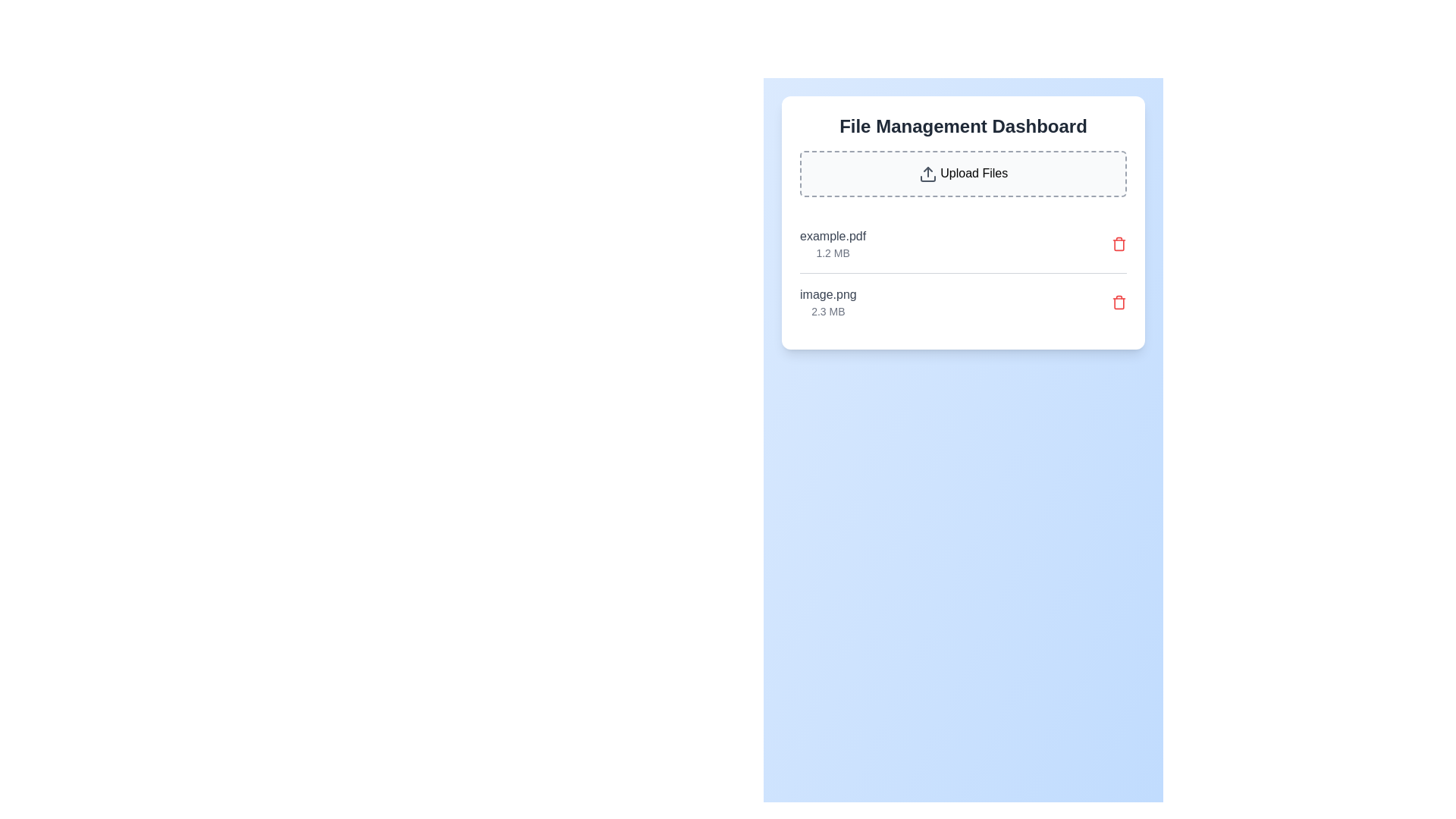 Image resolution: width=1456 pixels, height=819 pixels. What do you see at coordinates (962, 173) in the screenshot?
I see `the button located below the 'File Management Dashboard' heading` at bounding box center [962, 173].